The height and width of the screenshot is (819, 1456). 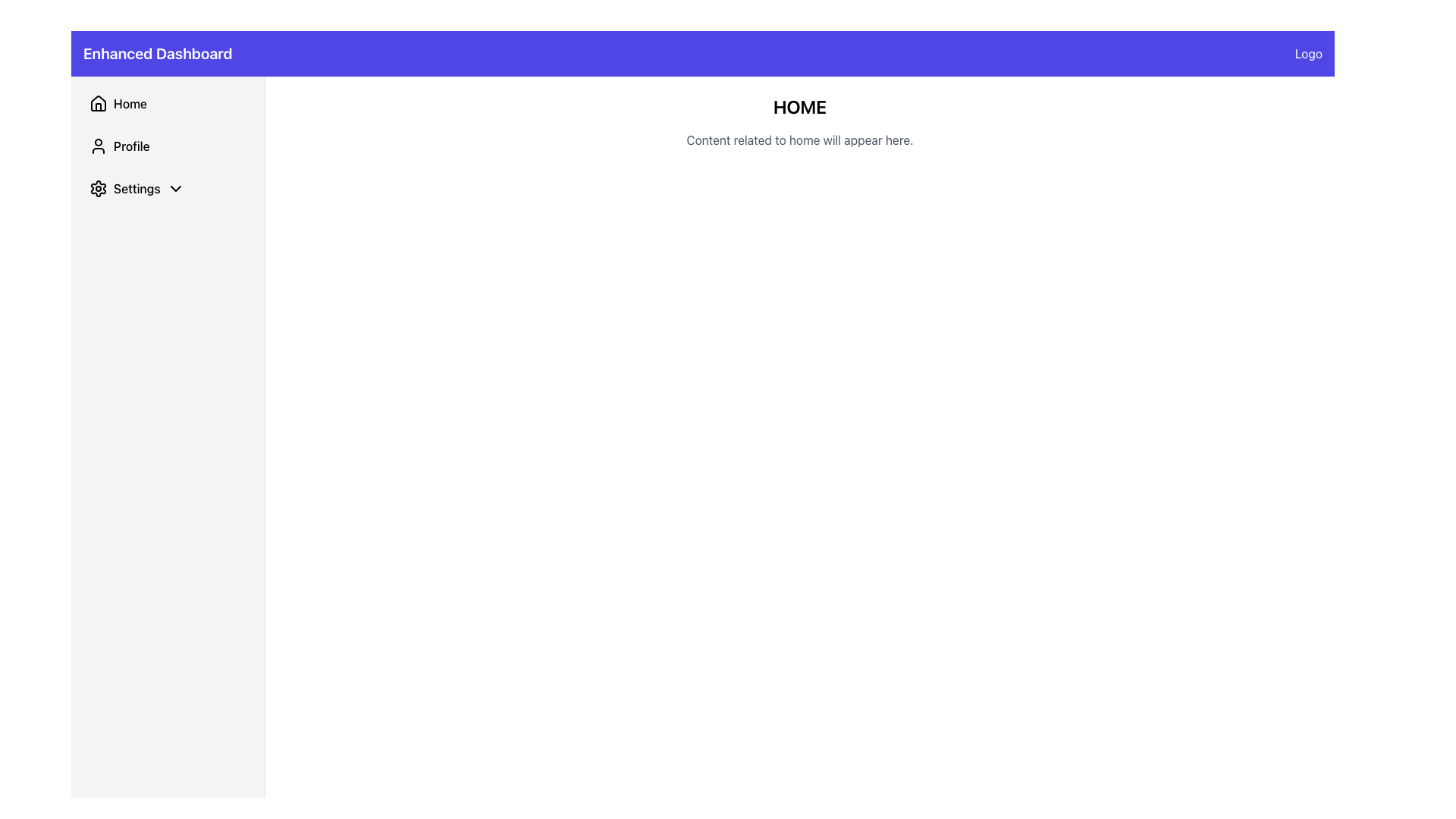 What do you see at coordinates (97, 188) in the screenshot?
I see `the 'Settings' icon located on the left-hand navigation bar` at bounding box center [97, 188].